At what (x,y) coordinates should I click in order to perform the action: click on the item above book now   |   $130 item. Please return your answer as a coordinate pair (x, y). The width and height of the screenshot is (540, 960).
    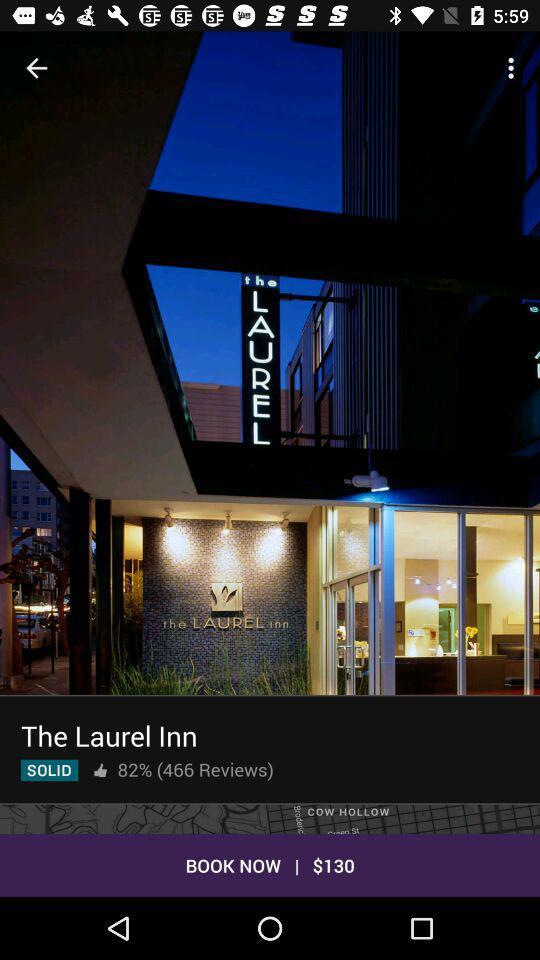
    Looking at the image, I should click on (270, 819).